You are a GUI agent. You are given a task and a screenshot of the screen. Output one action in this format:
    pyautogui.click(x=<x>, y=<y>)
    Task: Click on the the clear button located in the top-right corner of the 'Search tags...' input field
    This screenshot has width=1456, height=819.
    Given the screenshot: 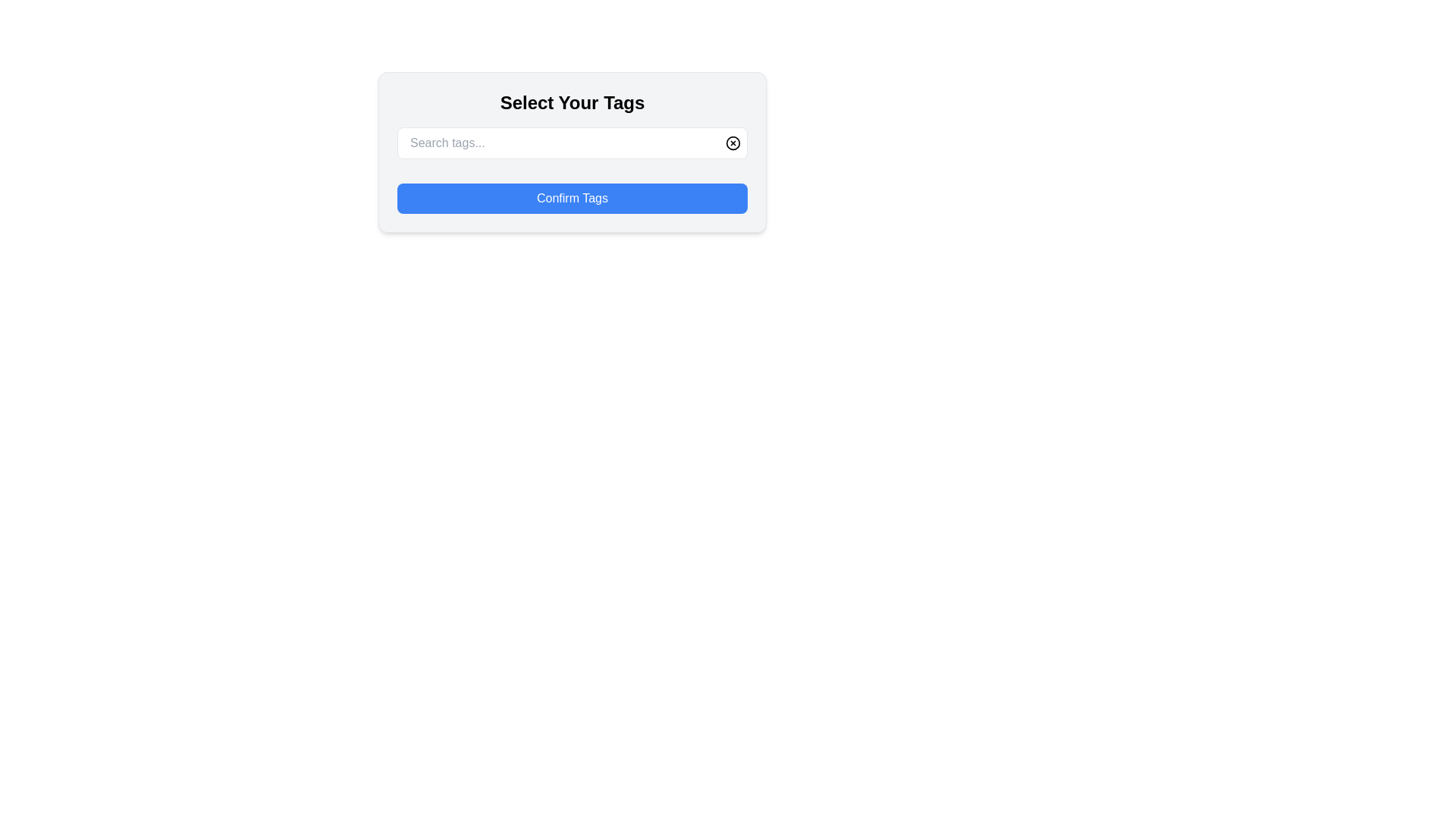 What is the action you would take?
    pyautogui.click(x=733, y=143)
    